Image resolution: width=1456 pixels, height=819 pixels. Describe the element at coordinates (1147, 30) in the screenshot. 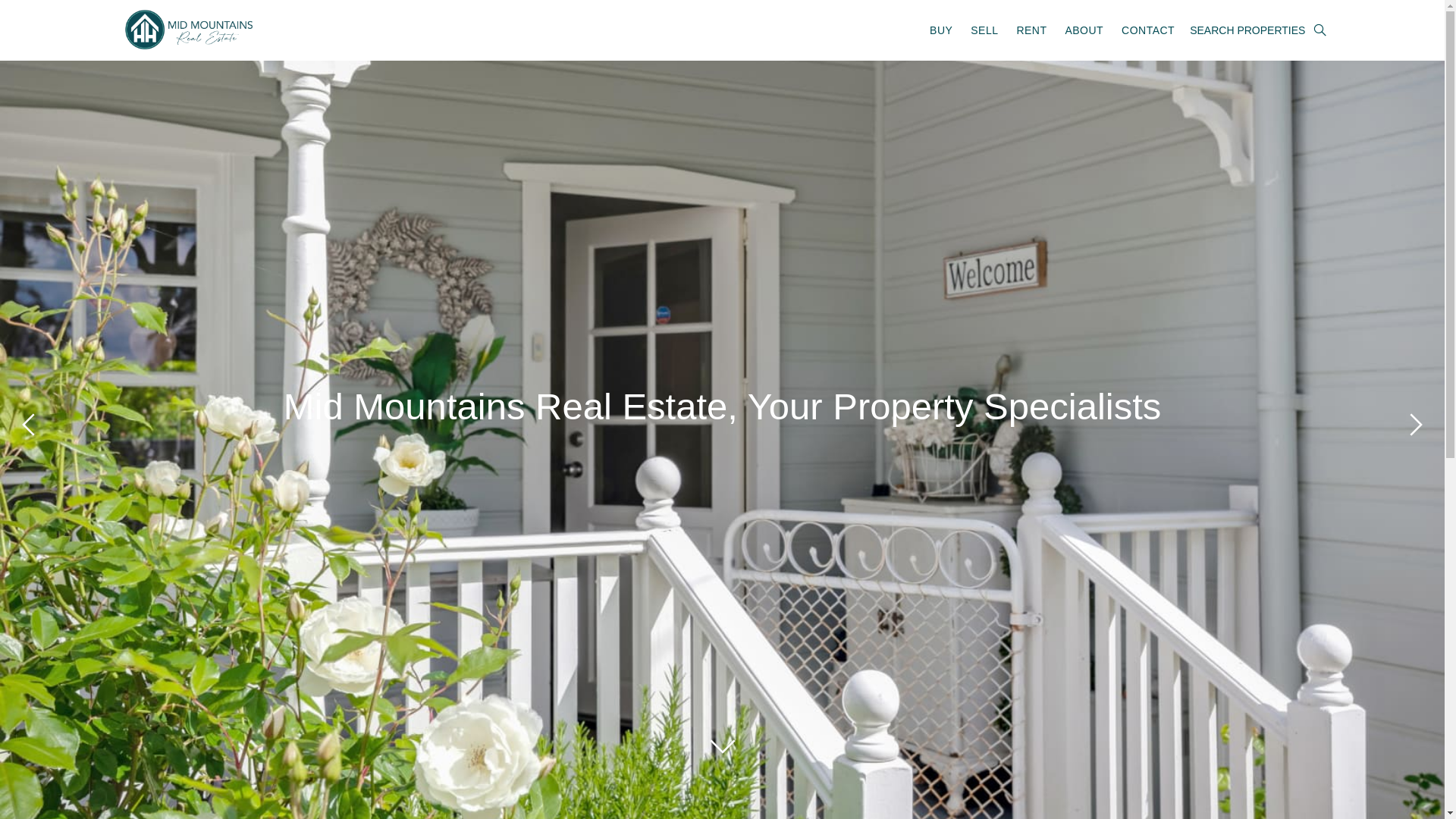

I see `'CONTACT'` at that location.